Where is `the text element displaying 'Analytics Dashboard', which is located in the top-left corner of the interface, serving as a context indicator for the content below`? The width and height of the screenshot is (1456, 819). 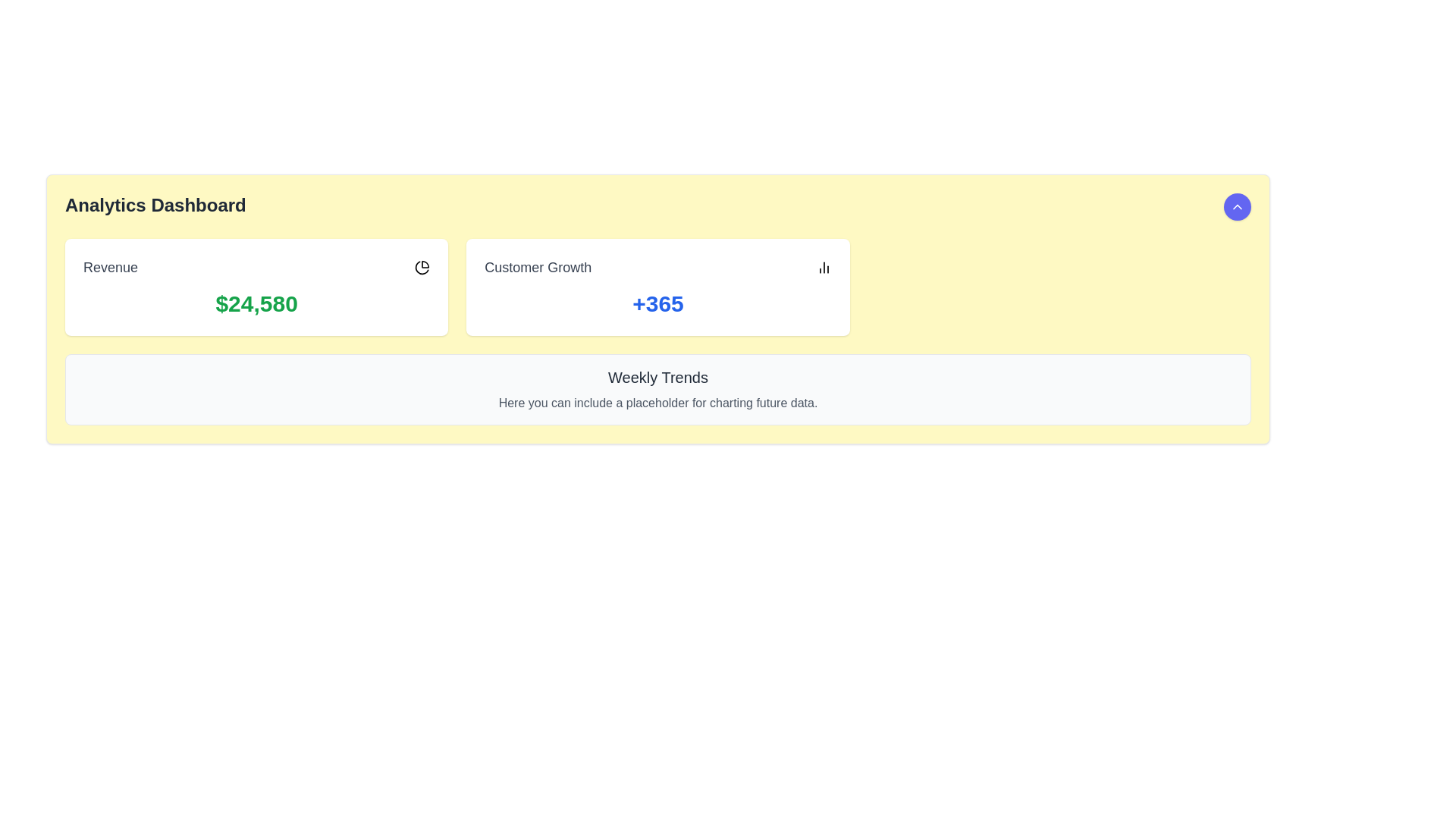 the text element displaying 'Analytics Dashboard', which is located in the top-left corner of the interface, serving as a context indicator for the content below is located at coordinates (155, 207).